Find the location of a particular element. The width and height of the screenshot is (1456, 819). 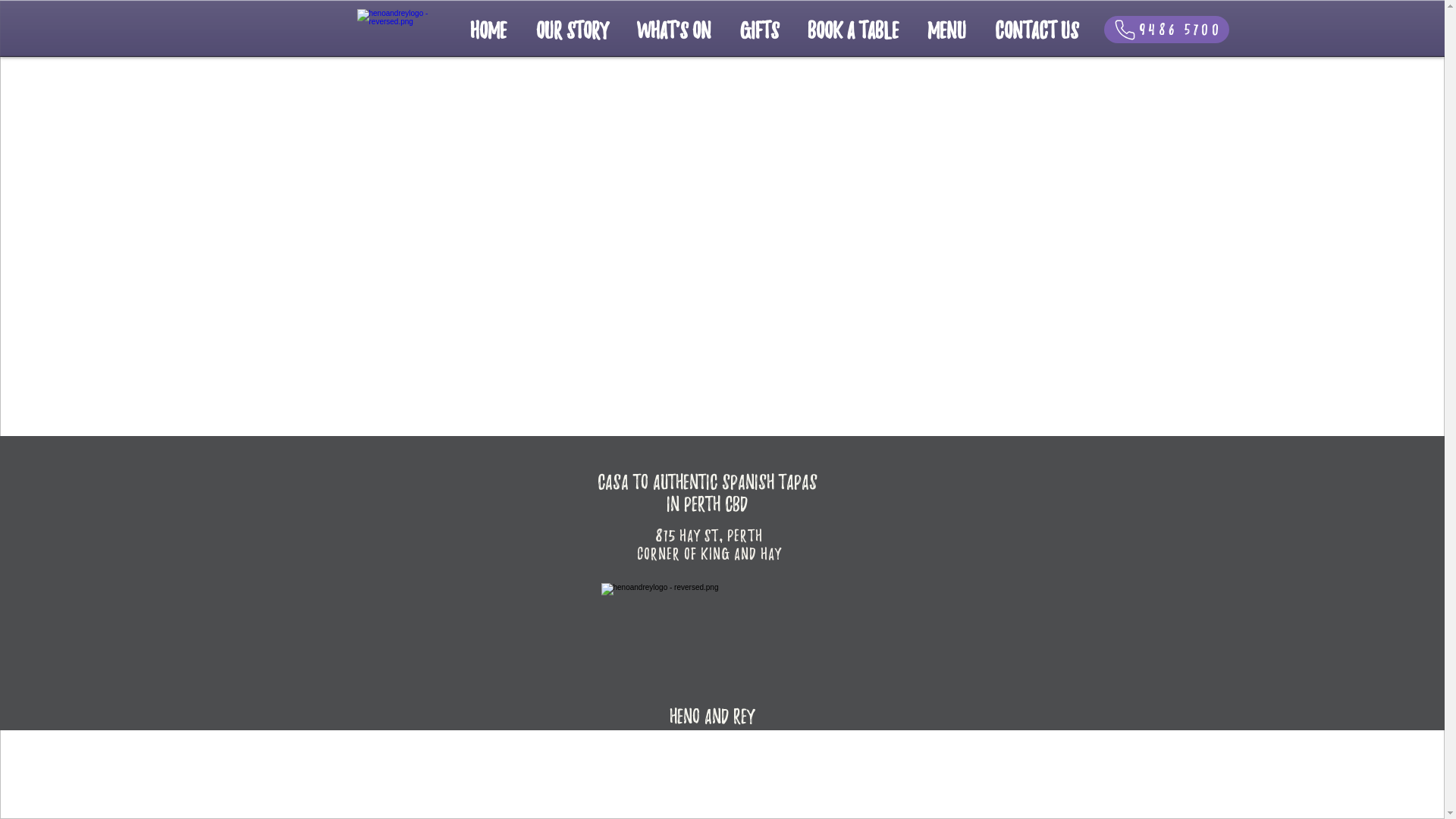

'WHAT'S ON' is located at coordinates (673, 29).